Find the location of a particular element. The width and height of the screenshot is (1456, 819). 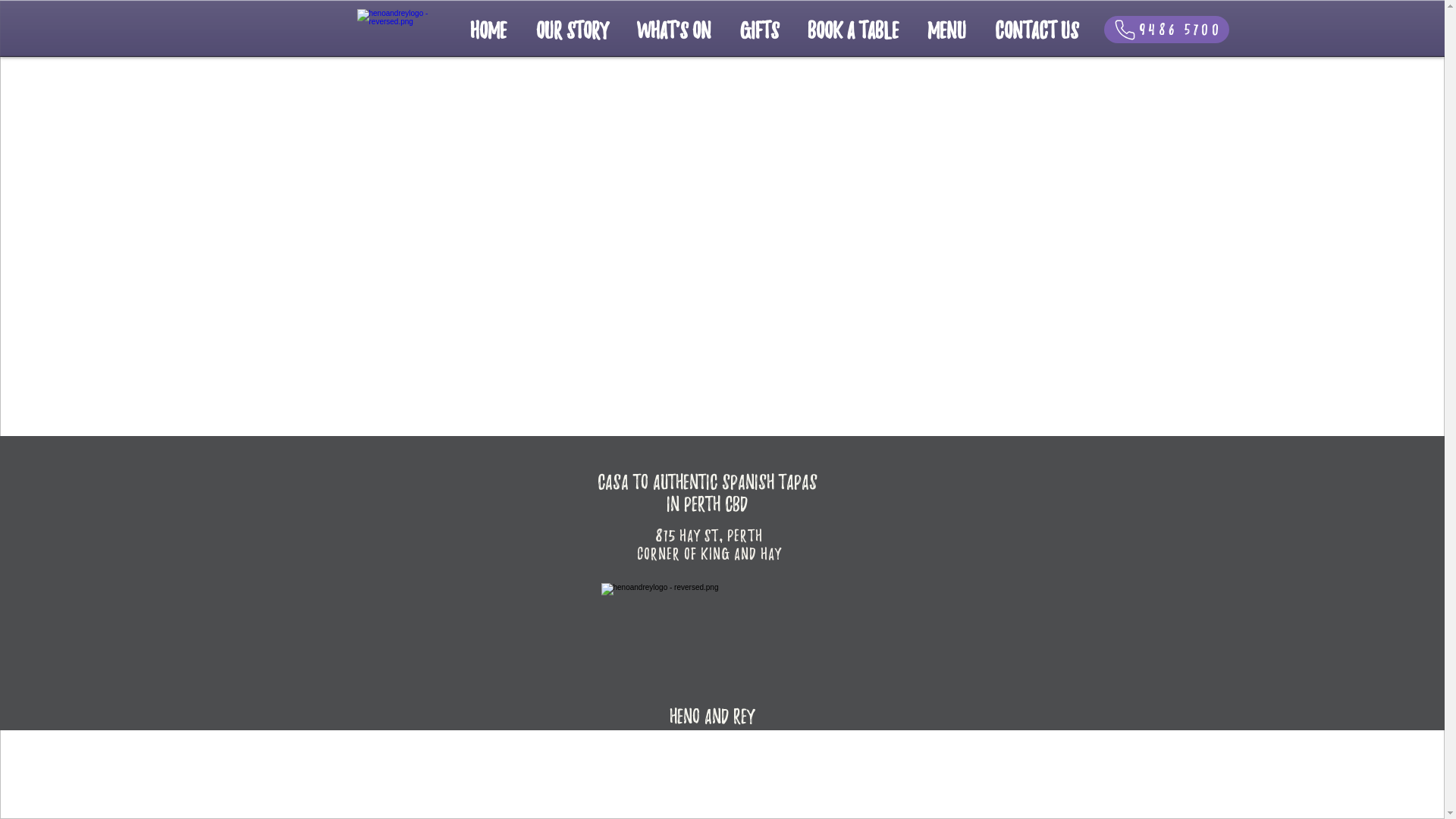

'WHAT'S ON' is located at coordinates (673, 29).